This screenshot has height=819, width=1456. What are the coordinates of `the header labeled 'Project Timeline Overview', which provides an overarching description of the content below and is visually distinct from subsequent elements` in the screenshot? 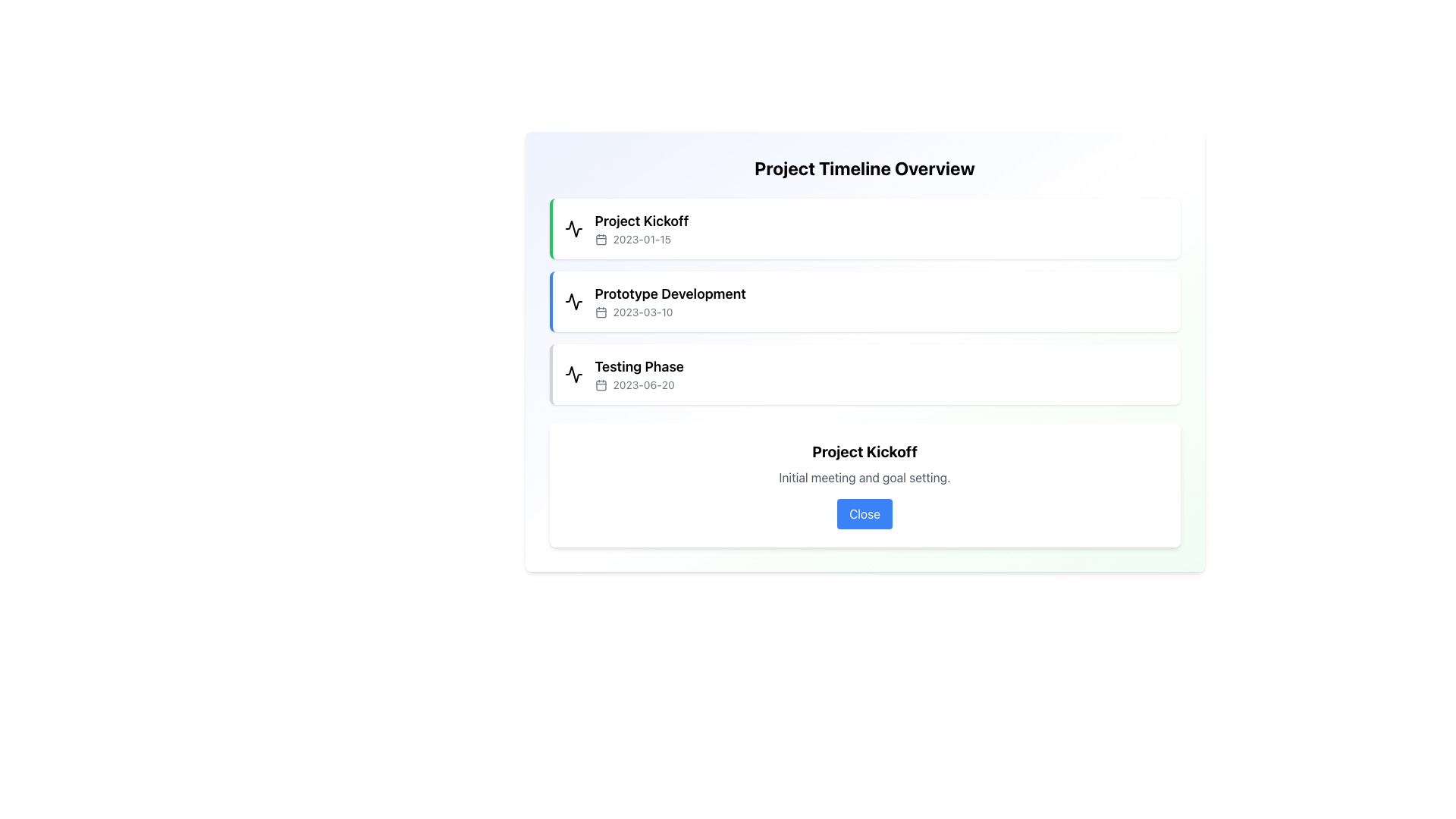 It's located at (864, 168).